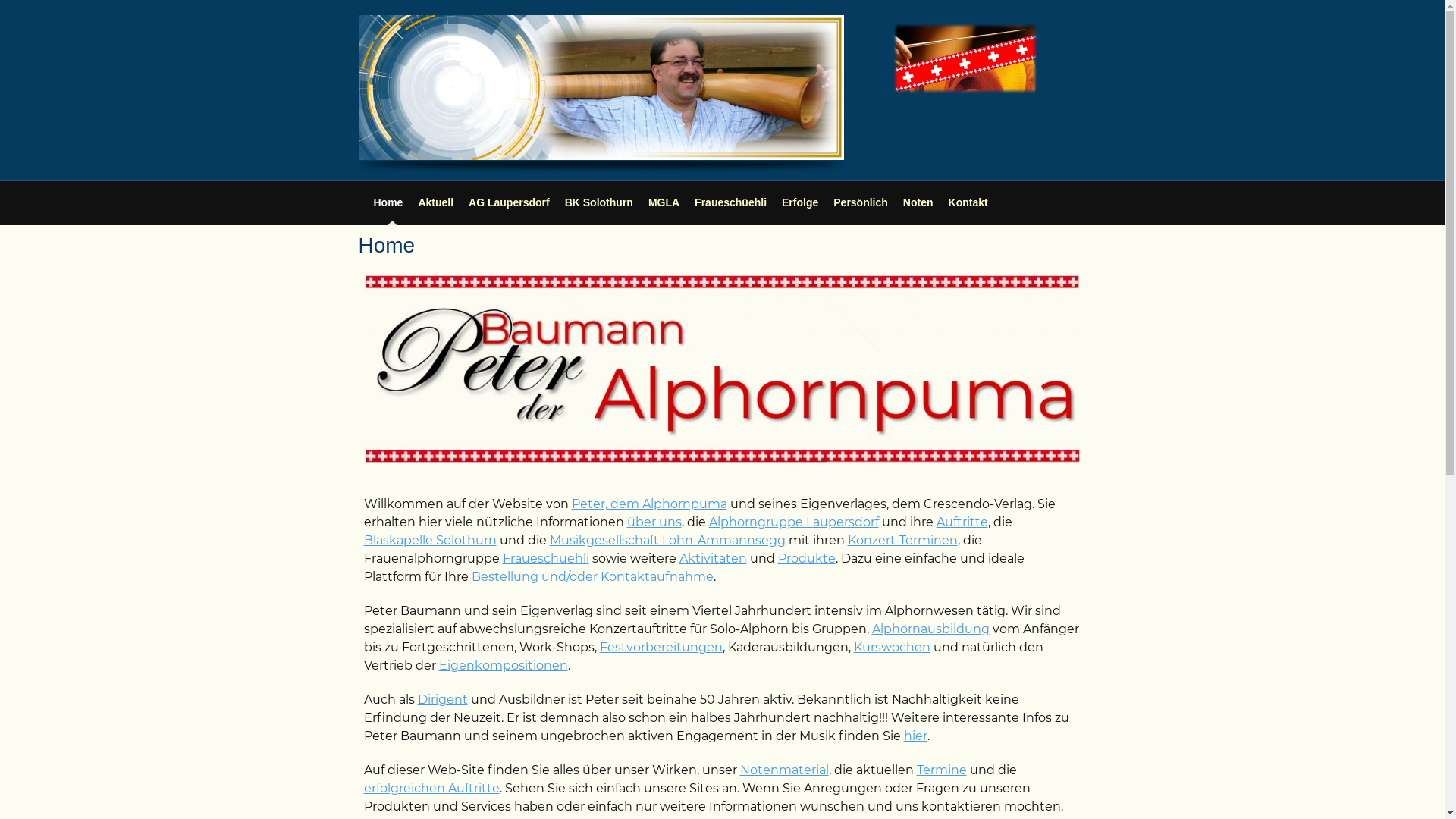 The height and width of the screenshot is (819, 1456). I want to click on 'hier', so click(903, 735).